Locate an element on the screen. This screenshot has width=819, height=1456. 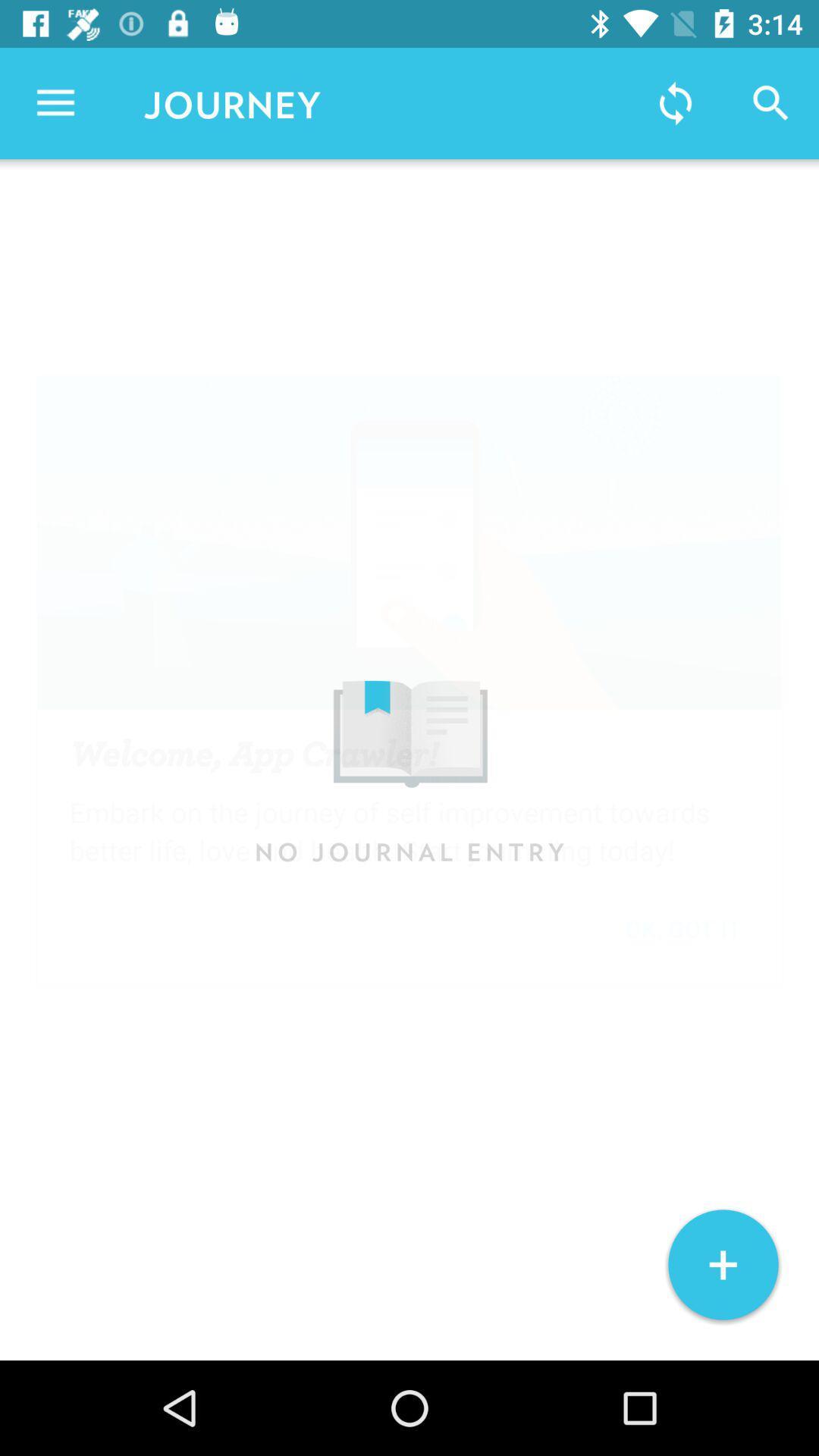
the item next to the journey is located at coordinates (675, 102).